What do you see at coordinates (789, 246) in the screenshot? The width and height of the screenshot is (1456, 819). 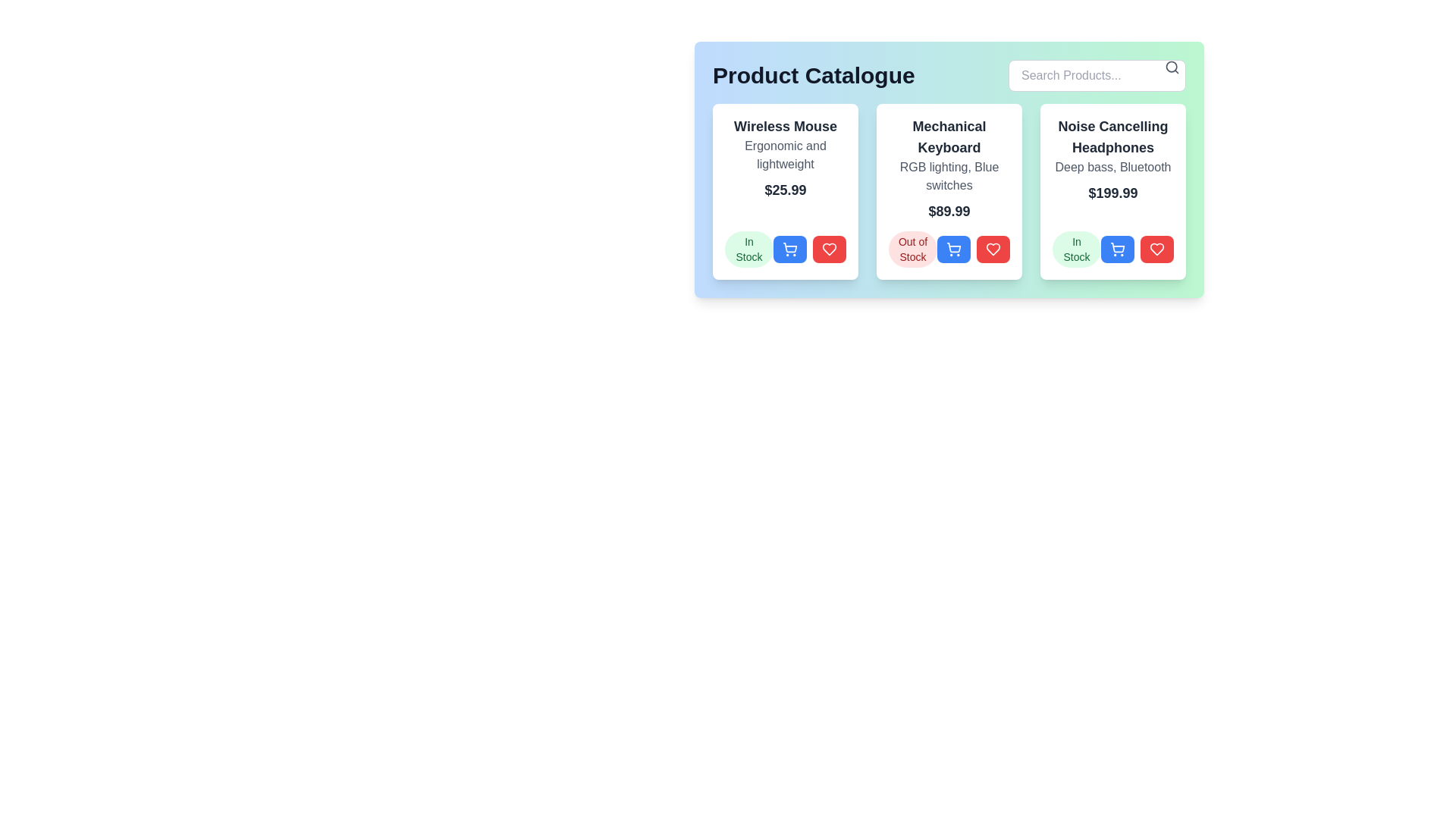 I see `the add to cart button located below the 'Wireless Mouse' product card, which is the middle button in the row of action buttons` at bounding box center [789, 246].